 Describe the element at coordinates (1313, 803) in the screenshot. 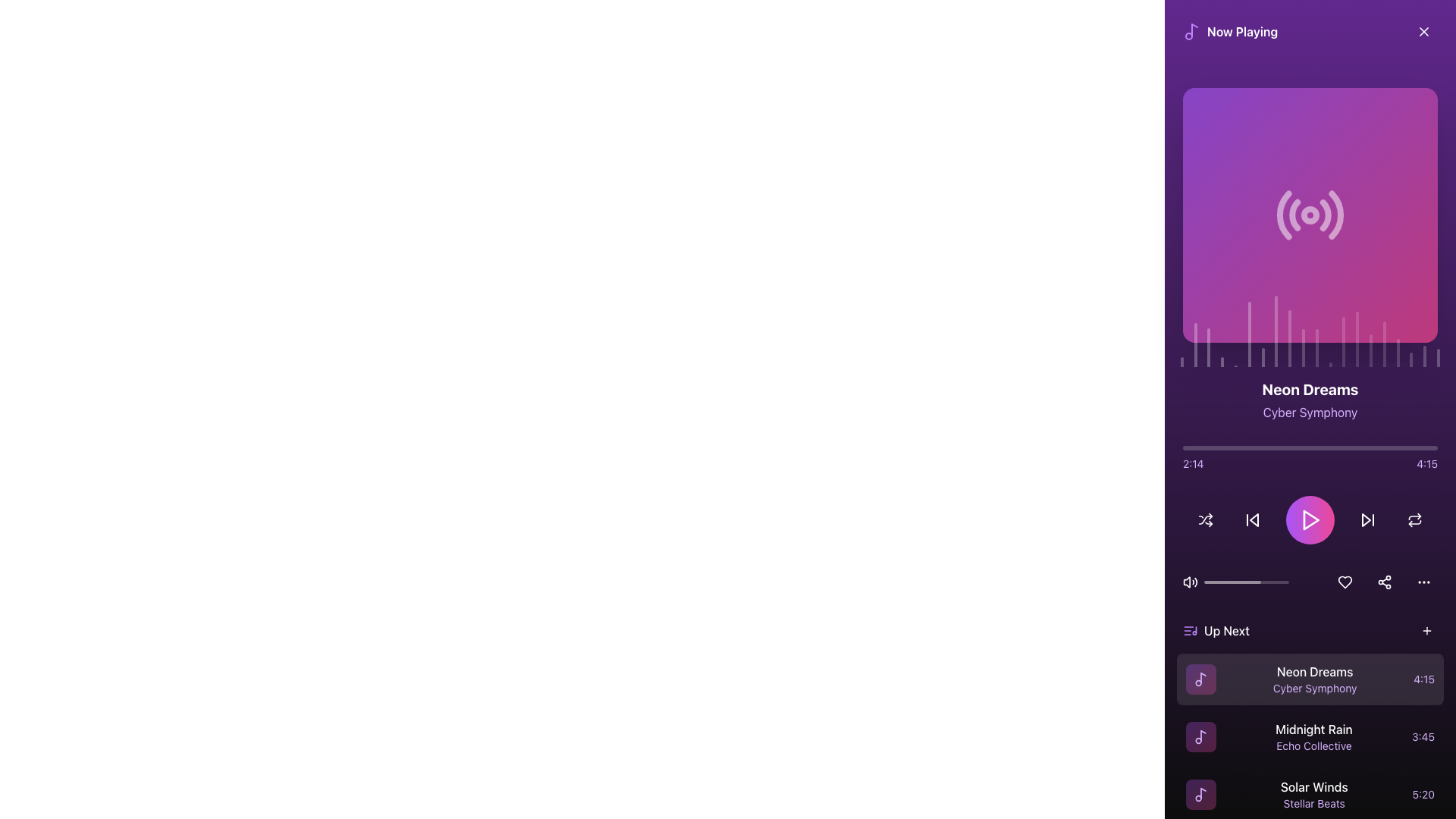

I see `the Text Label that reads 'Stellar Beats', which is styled in a smaller font and purple hue, located below the sibling element 'Solar Winds'` at that location.